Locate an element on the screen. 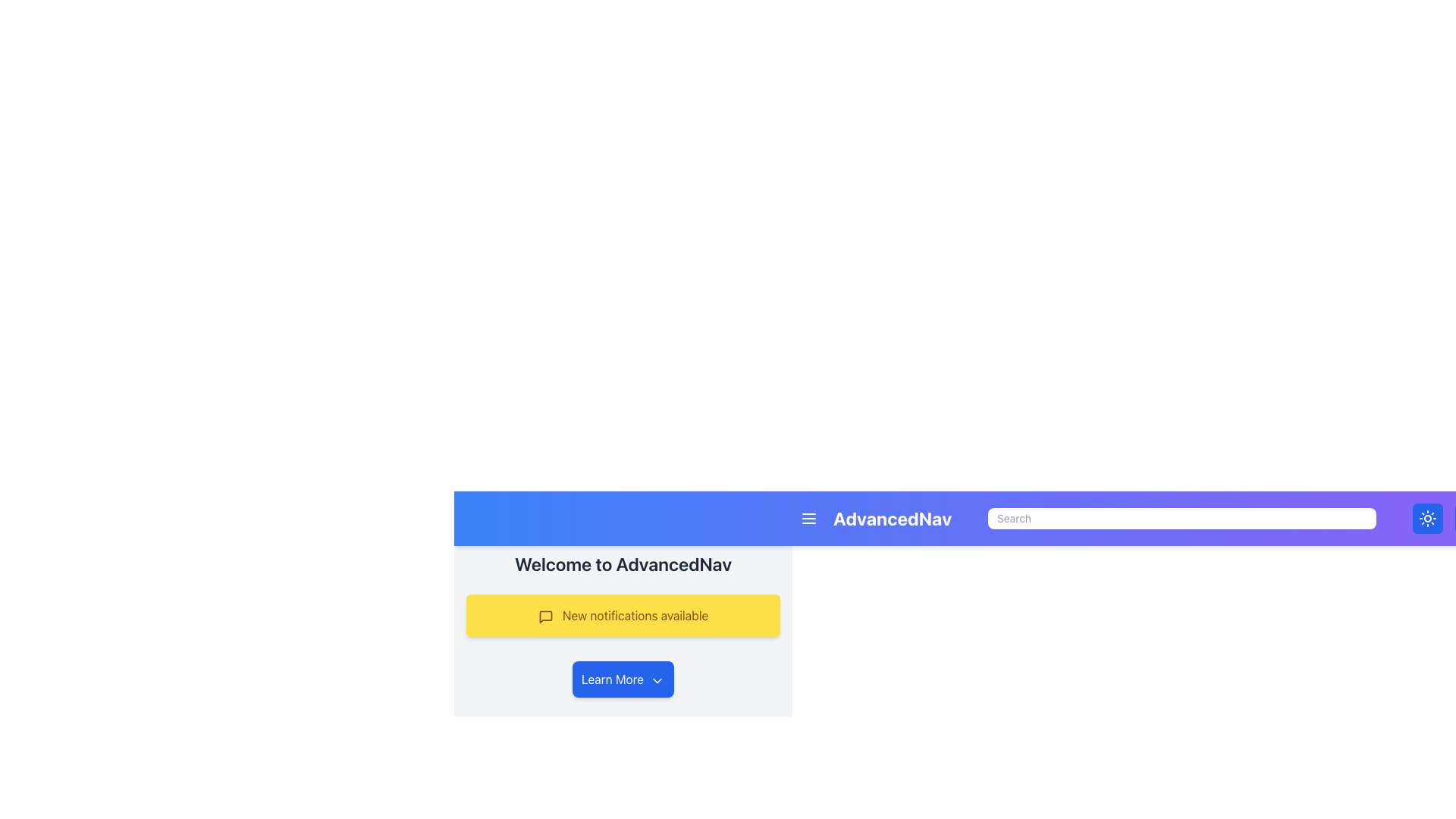  the 'Learn More' button with a blue background and white text is located at coordinates (623, 678).